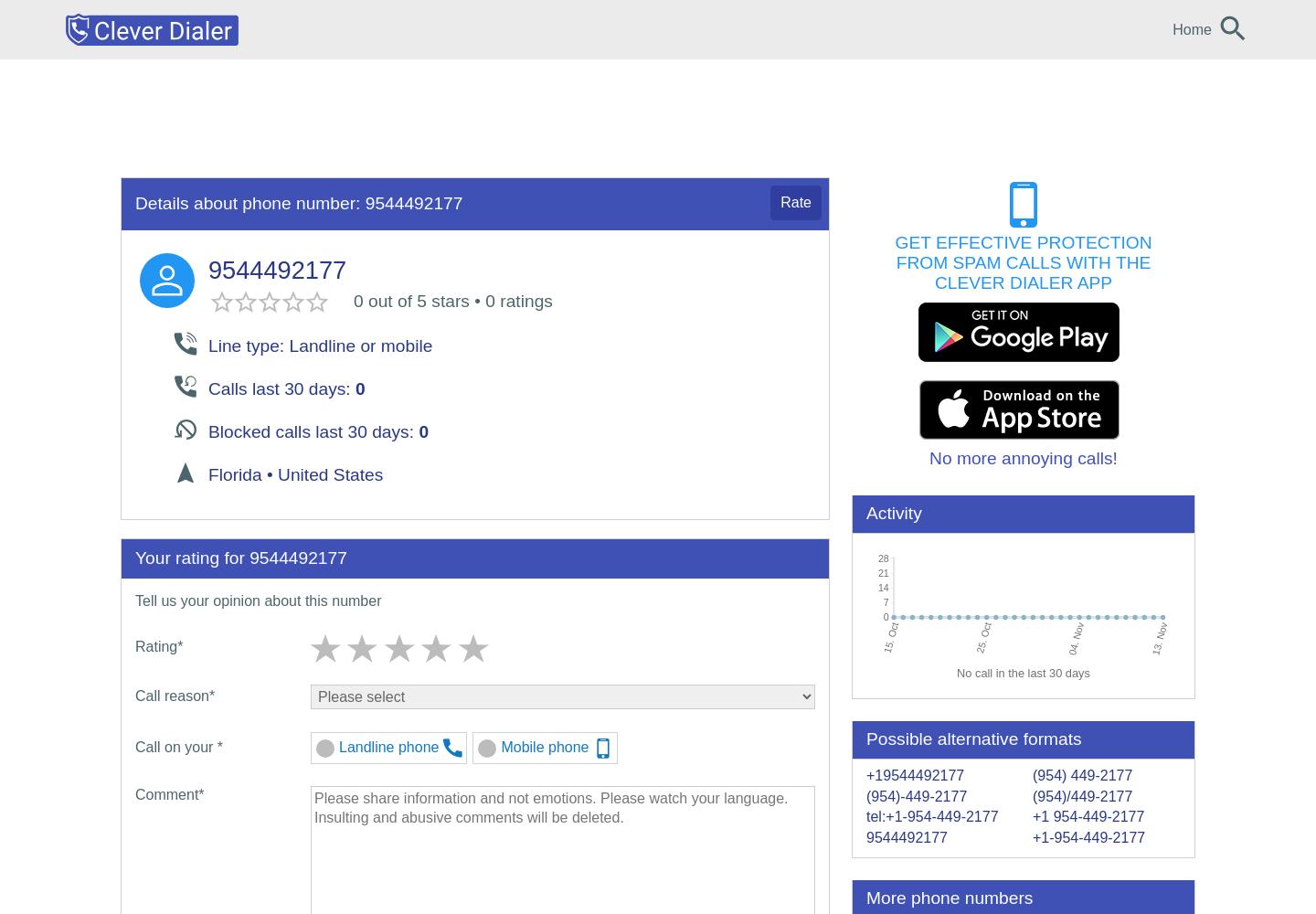 This screenshot has height=914, width=1316. What do you see at coordinates (915, 794) in the screenshot?
I see `'(954)-449-2177'` at bounding box center [915, 794].